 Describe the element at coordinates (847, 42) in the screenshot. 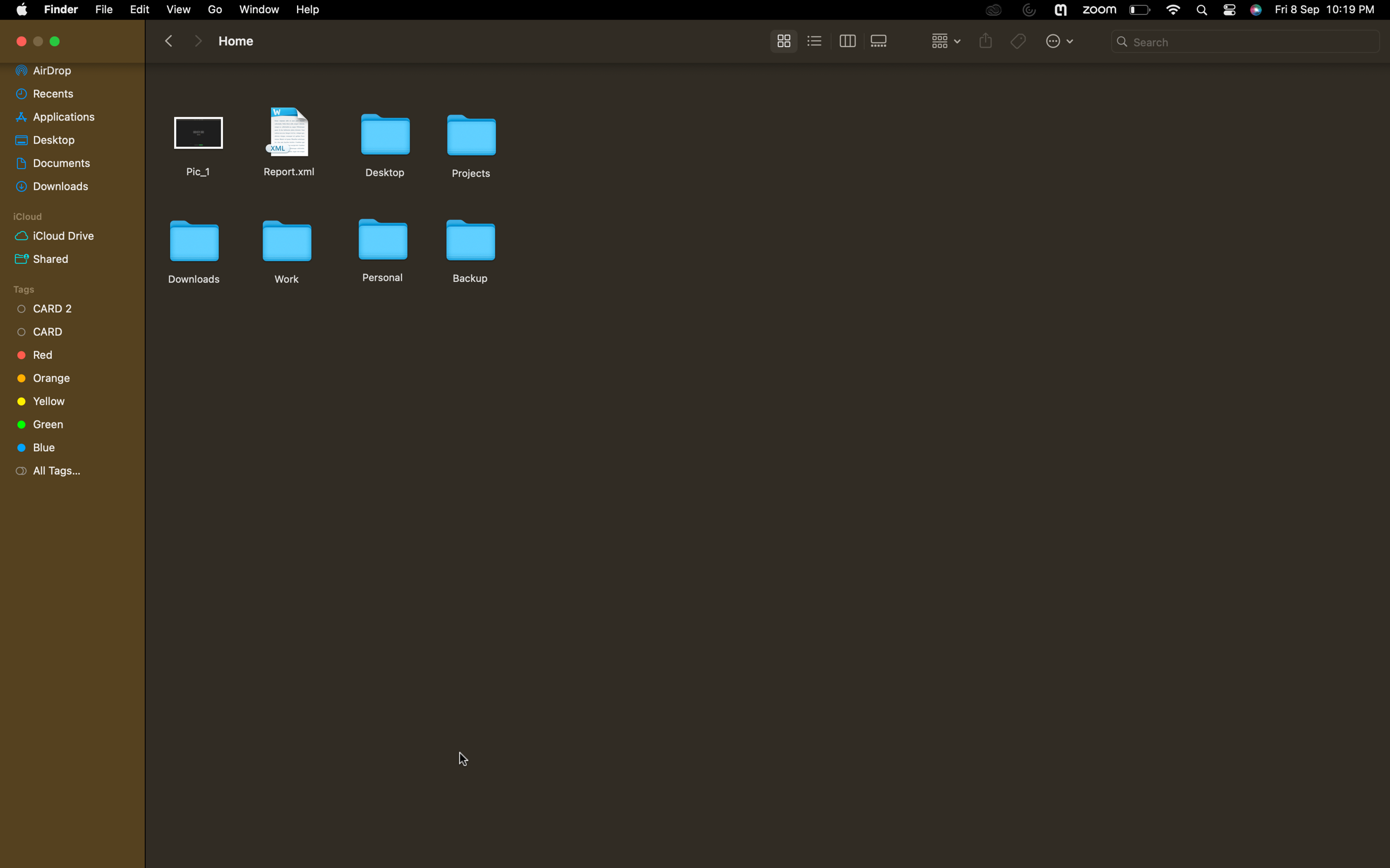

I see `Change to tab view` at that location.